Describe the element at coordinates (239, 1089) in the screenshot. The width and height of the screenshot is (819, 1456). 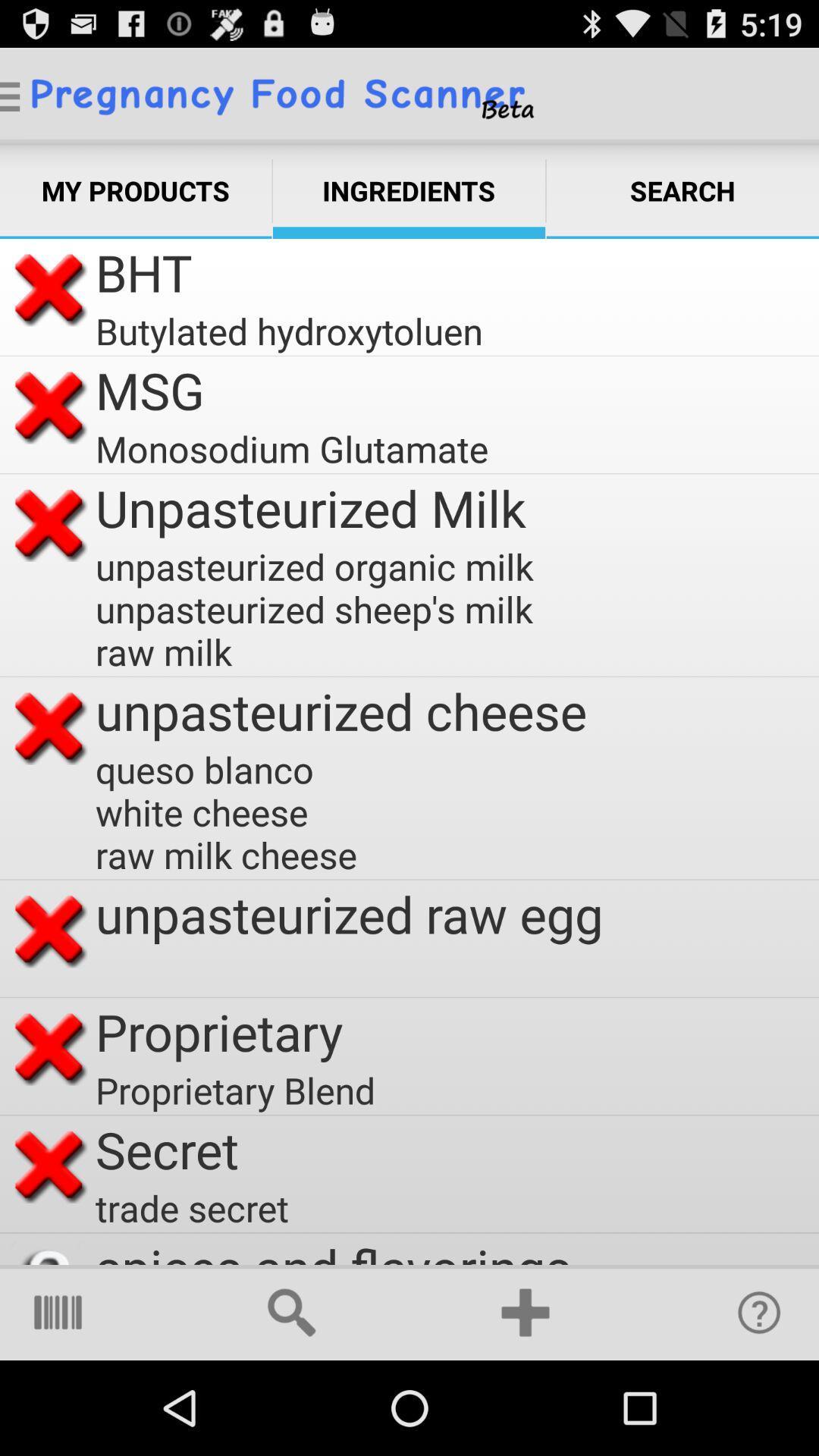
I see `proprietary blend  item` at that location.